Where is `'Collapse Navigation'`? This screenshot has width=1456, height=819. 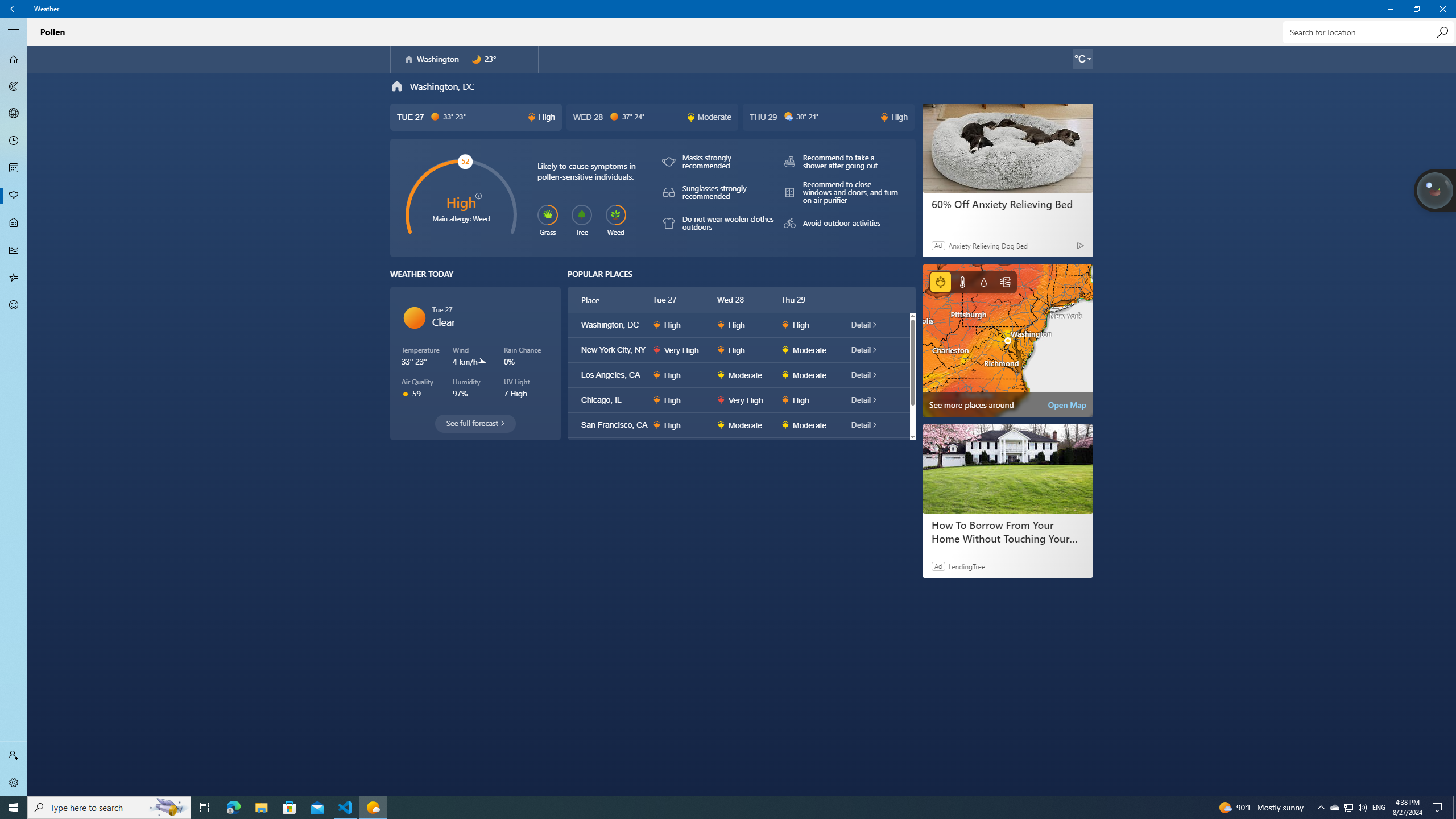
'Collapse Navigation' is located at coordinates (14, 31).